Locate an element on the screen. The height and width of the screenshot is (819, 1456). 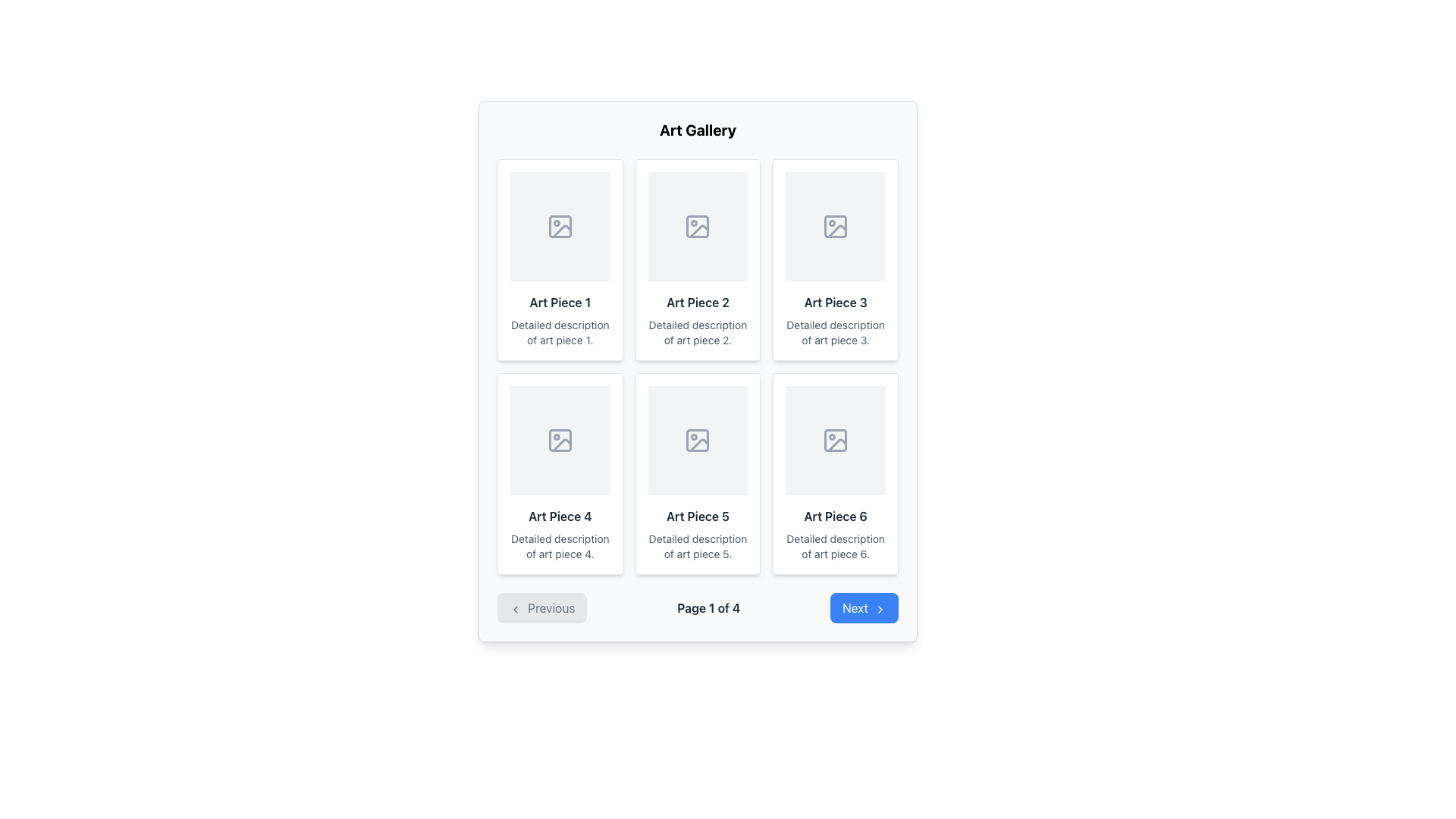
icon representing an image in the 'Art Piece 2' section of the second card in the top row of the gallery grid is located at coordinates (698, 231).